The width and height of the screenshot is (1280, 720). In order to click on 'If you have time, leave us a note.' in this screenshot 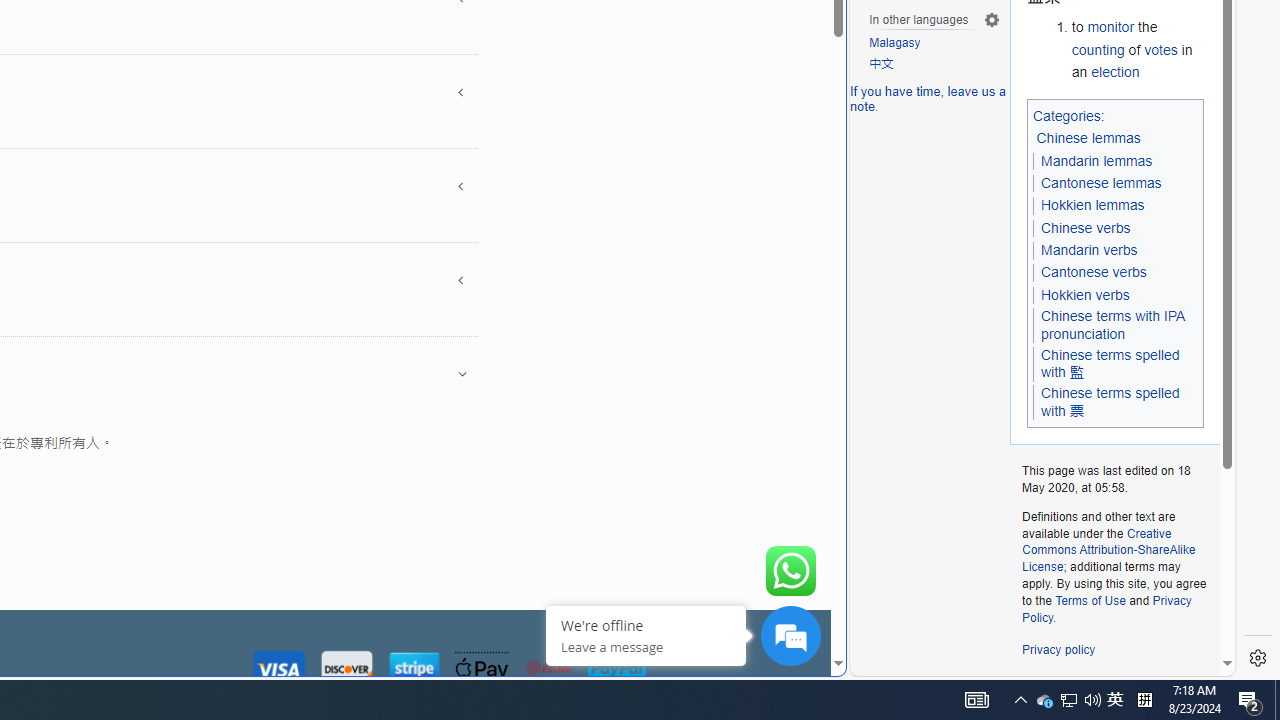, I will do `click(927, 98)`.